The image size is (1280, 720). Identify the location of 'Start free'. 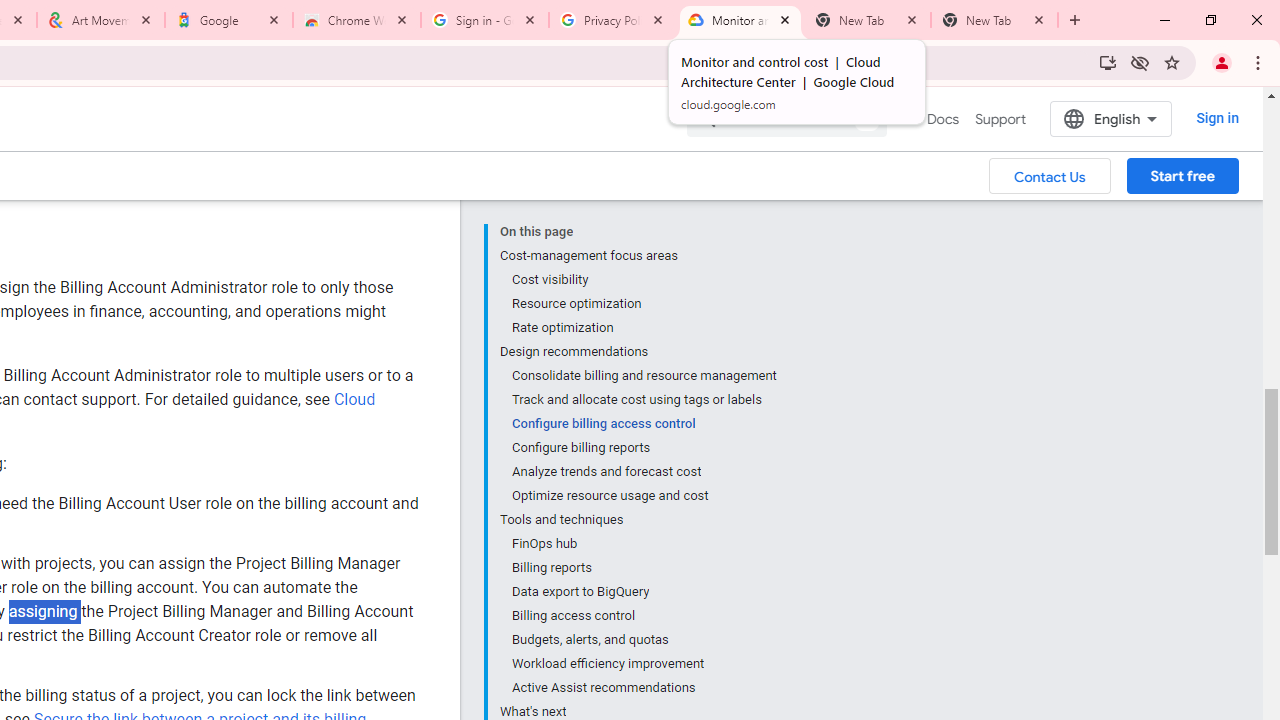
(1182, 174).